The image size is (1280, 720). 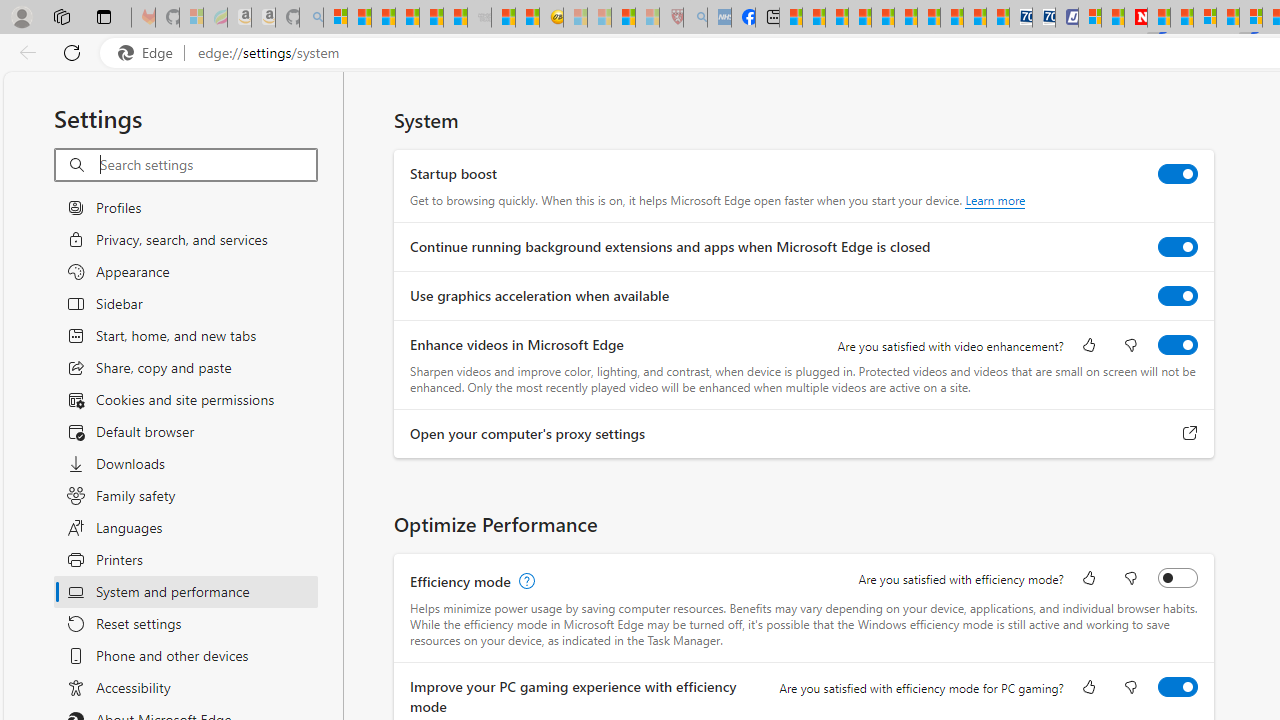 What do you see at coordinates (208, 164) in the screenshot?
I see `'Search settings'` at bounding box center [208, 164].